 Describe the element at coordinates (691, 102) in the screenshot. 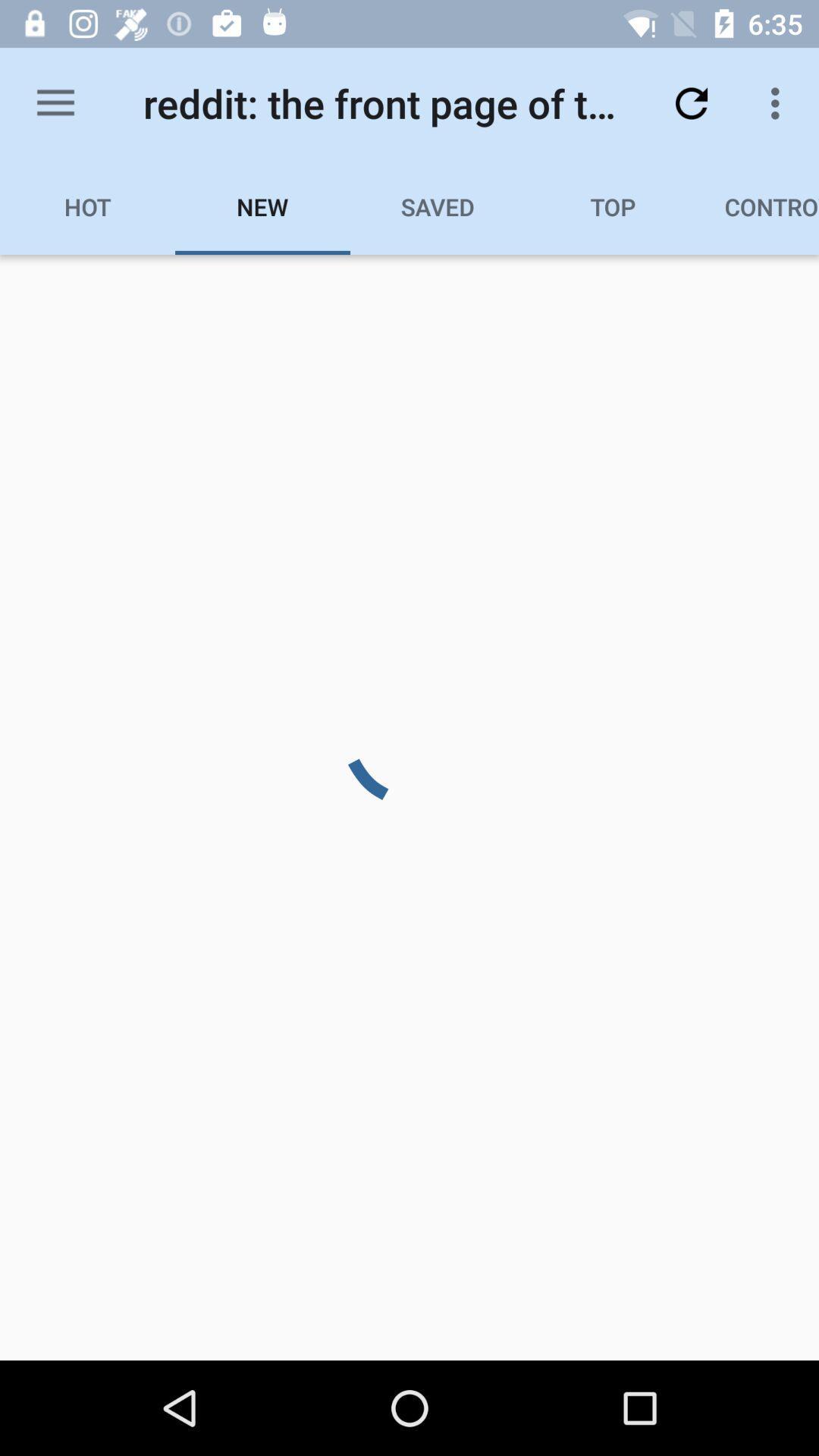

I see `the item next to the reddit the front` at that location.